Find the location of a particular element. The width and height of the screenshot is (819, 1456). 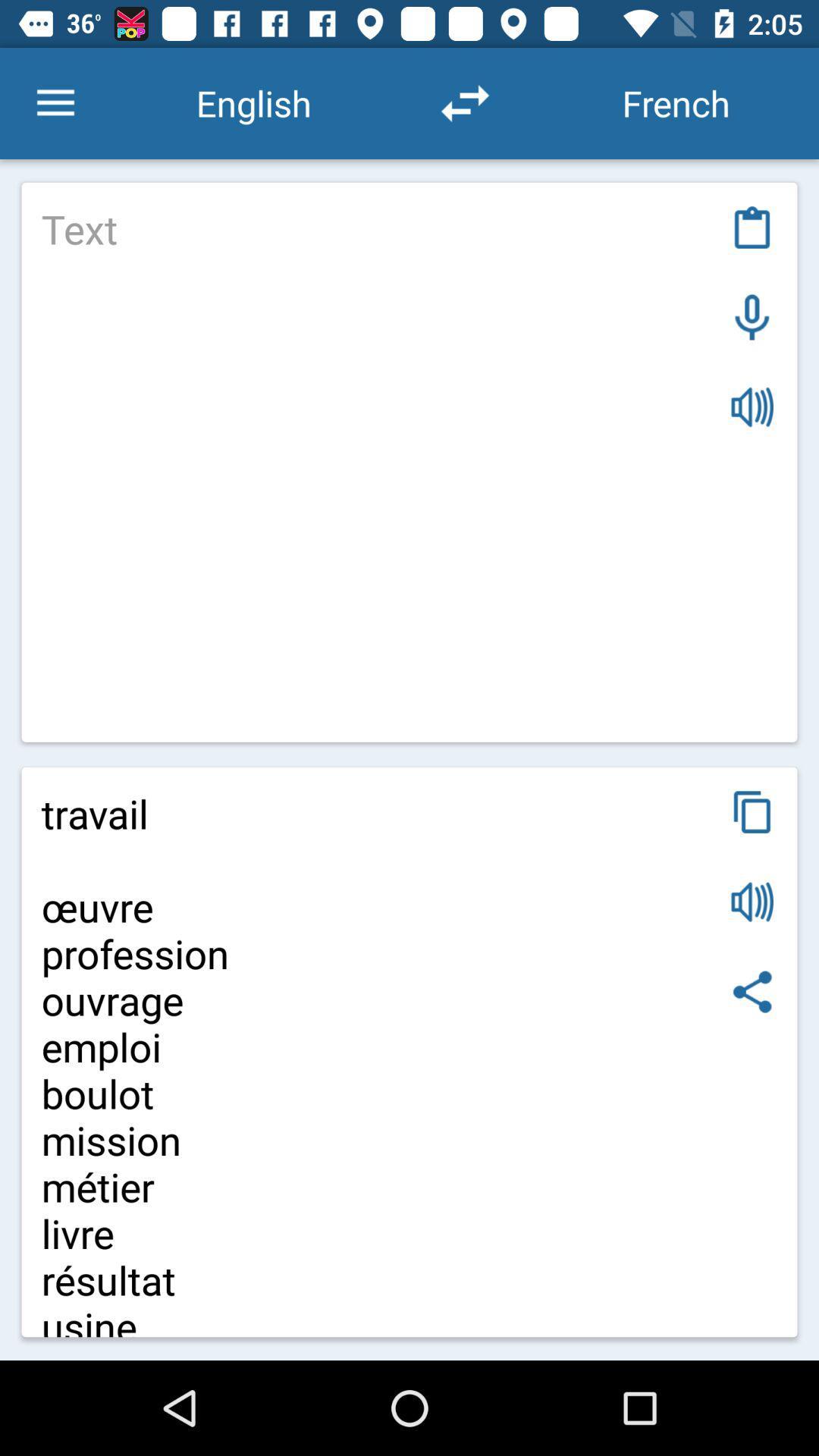

the icon to the left of the english icon is located at coordinates (55, 102).